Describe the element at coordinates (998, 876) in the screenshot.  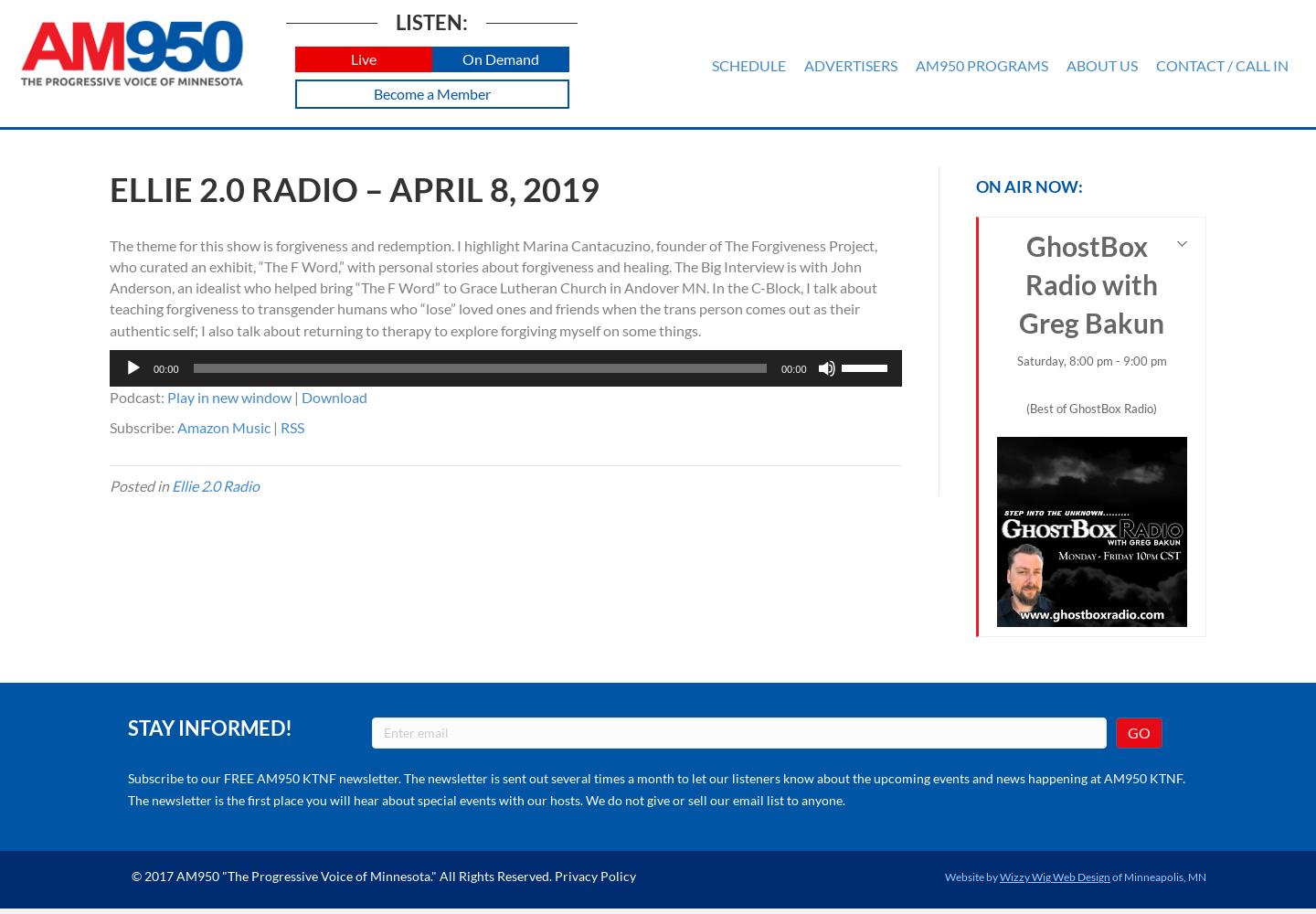
I see `'Wizzy Wig Web Design'` at that location.